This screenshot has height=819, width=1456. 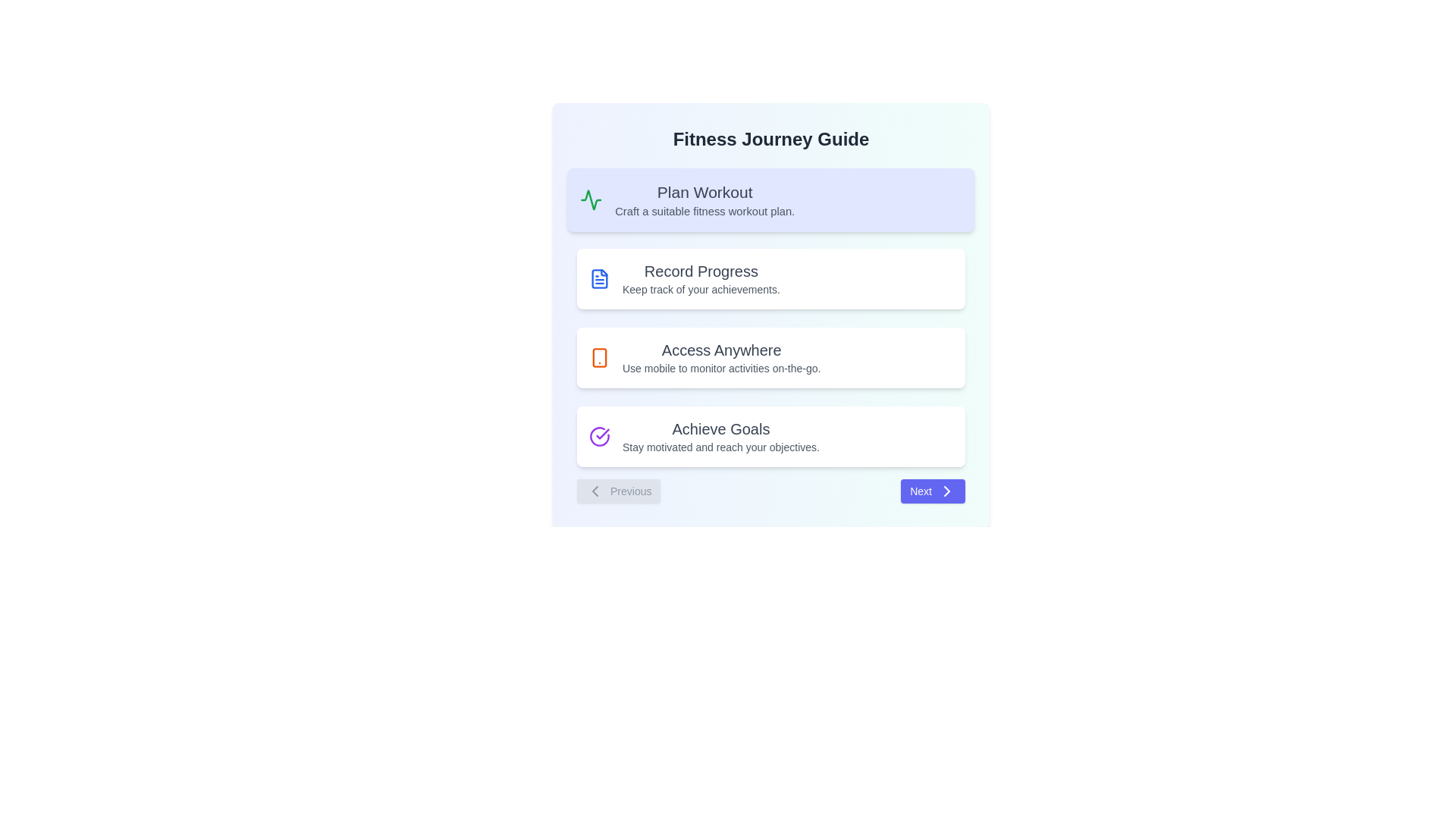 What do you see at coordinates (720, 357) in the screenshot?
I see `the 'Access Anywhere' text block, which displays a title in a larger font and a description in smaller grayish text, positioned centrally between 'Record Progress' and 'Achieve Goals'` at bounding box center [720, 357].